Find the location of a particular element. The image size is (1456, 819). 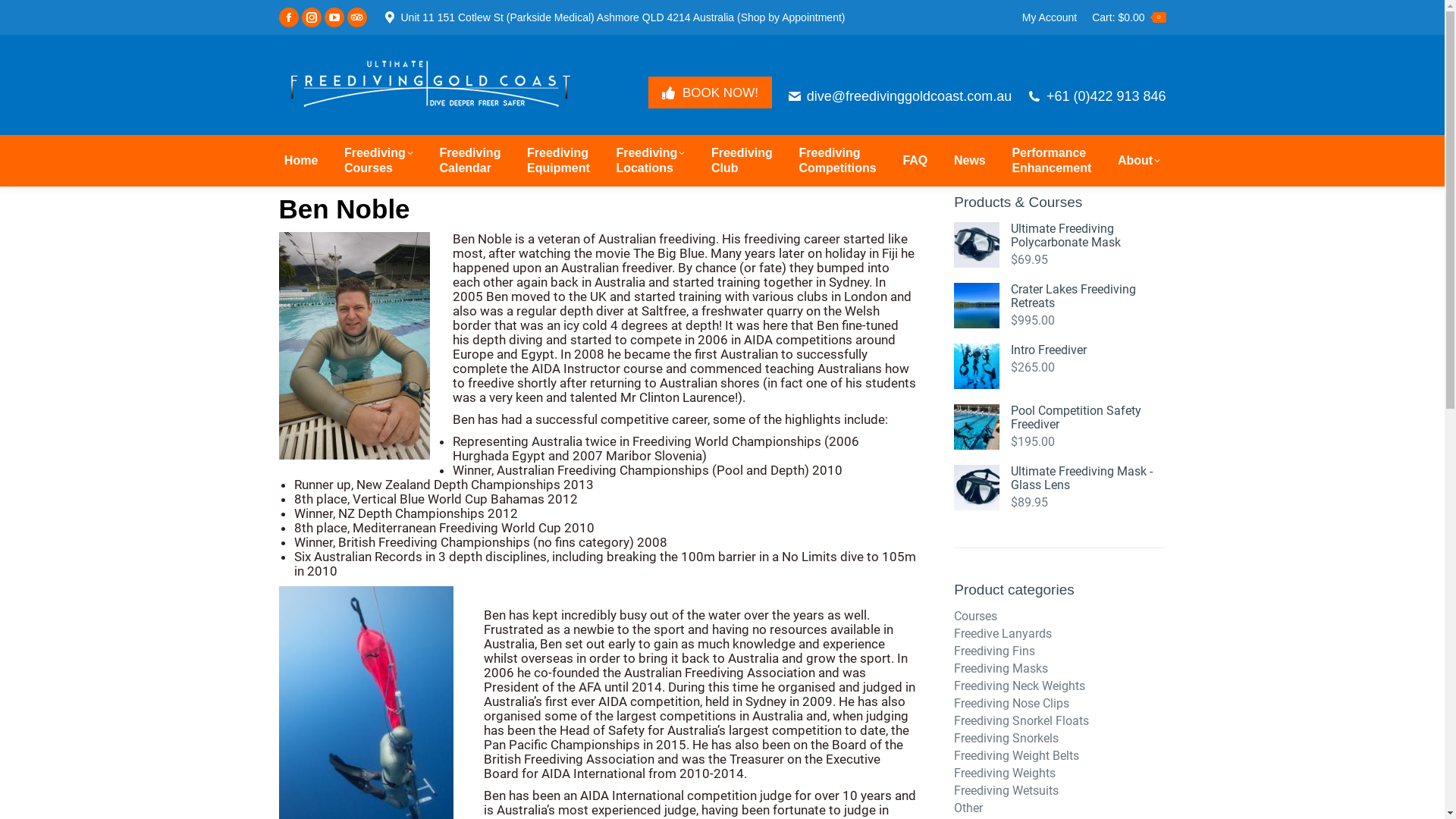

'Crater Lakes Freediving Retreats' is located at coordinates (1087, 296).